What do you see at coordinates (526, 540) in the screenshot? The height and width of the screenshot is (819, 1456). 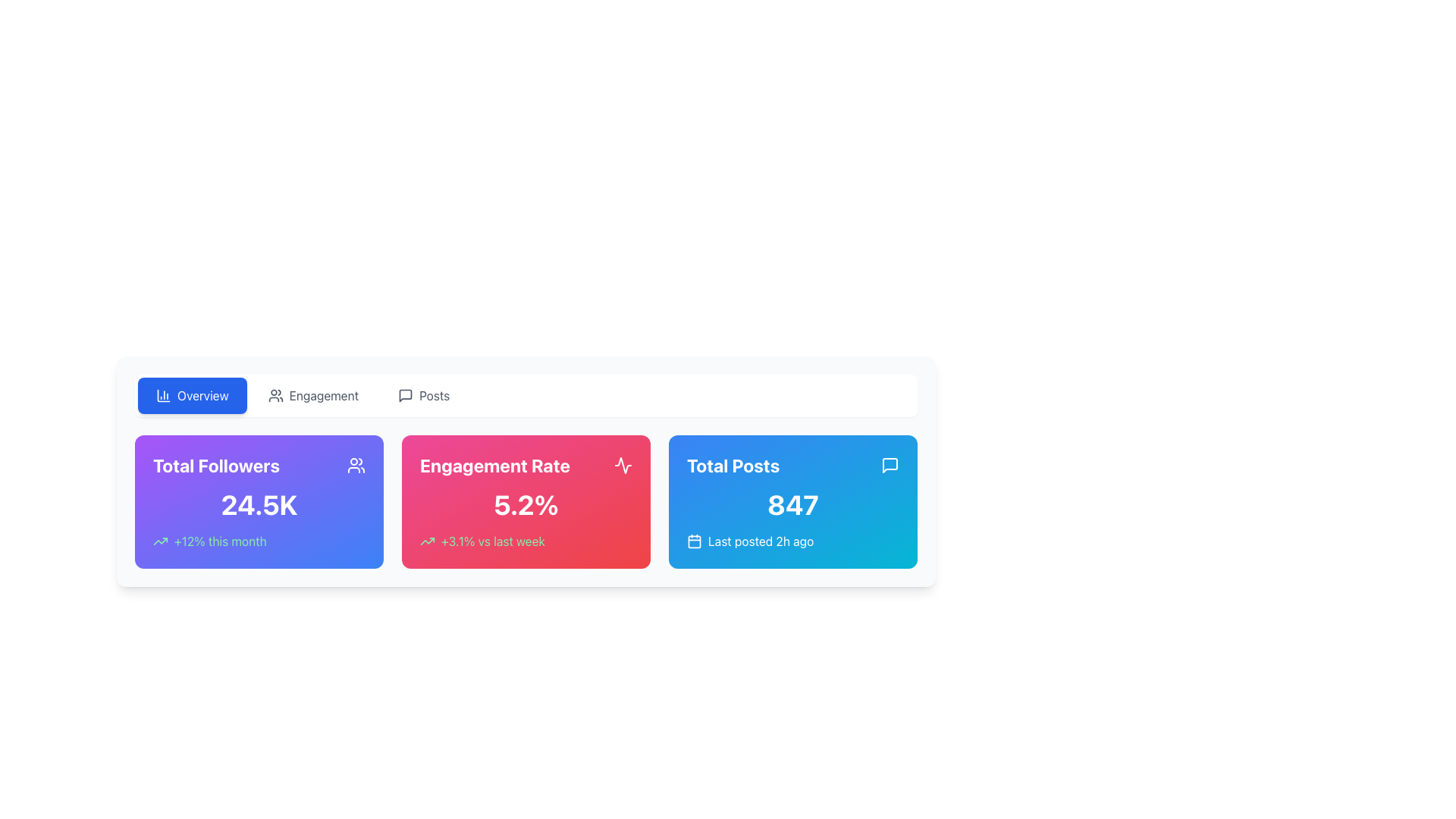 I see `the Text Label with Icon that displays the change percentage '+3.1% vs last week', styled in green with an arrow icon, located in the card below the bold percentage value '5.2%' in the red 'Engagement Rate' card` at bounding box center [526, 540].